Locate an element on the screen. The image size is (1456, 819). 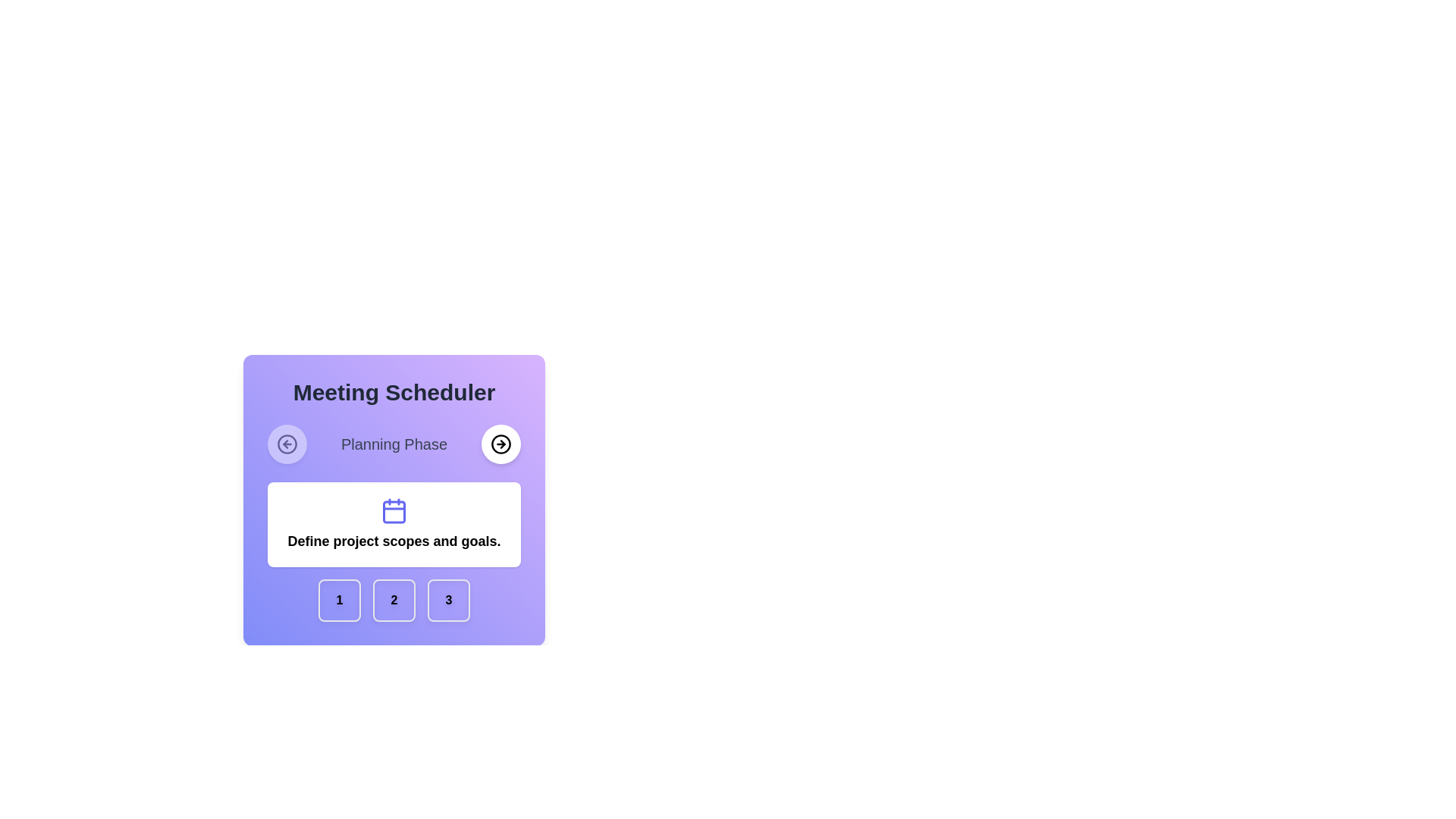
the button labeled '2' in the 'Meeting Scheduler' card is located at coordinates (394, 599).